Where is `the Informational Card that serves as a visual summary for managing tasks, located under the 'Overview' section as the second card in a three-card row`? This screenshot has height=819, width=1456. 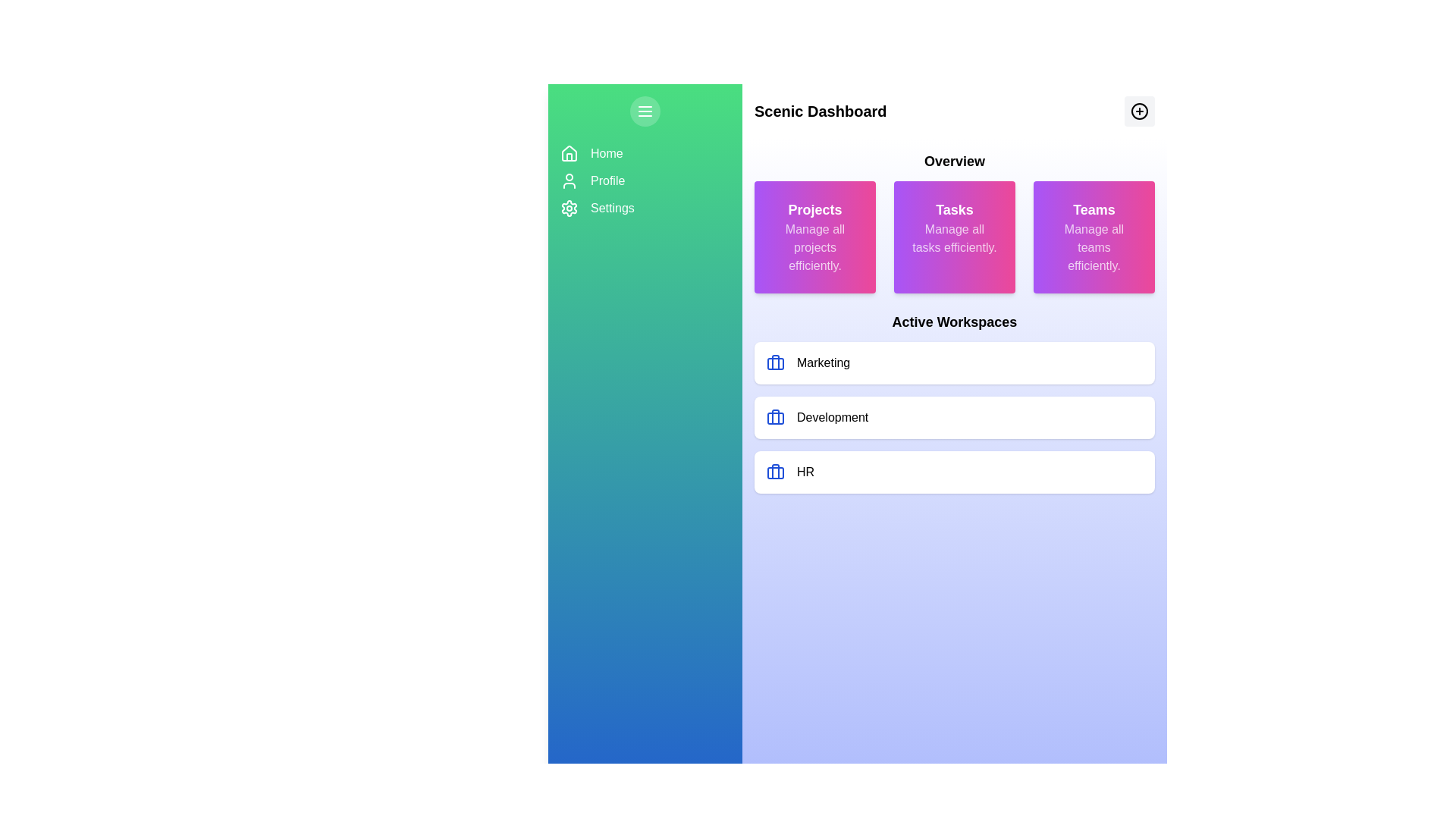 the Informational Card that serves as a visual summary for managing tasks, located under the 'Overview' section as the second card in a three-card row is located at coordinates (953, 237).